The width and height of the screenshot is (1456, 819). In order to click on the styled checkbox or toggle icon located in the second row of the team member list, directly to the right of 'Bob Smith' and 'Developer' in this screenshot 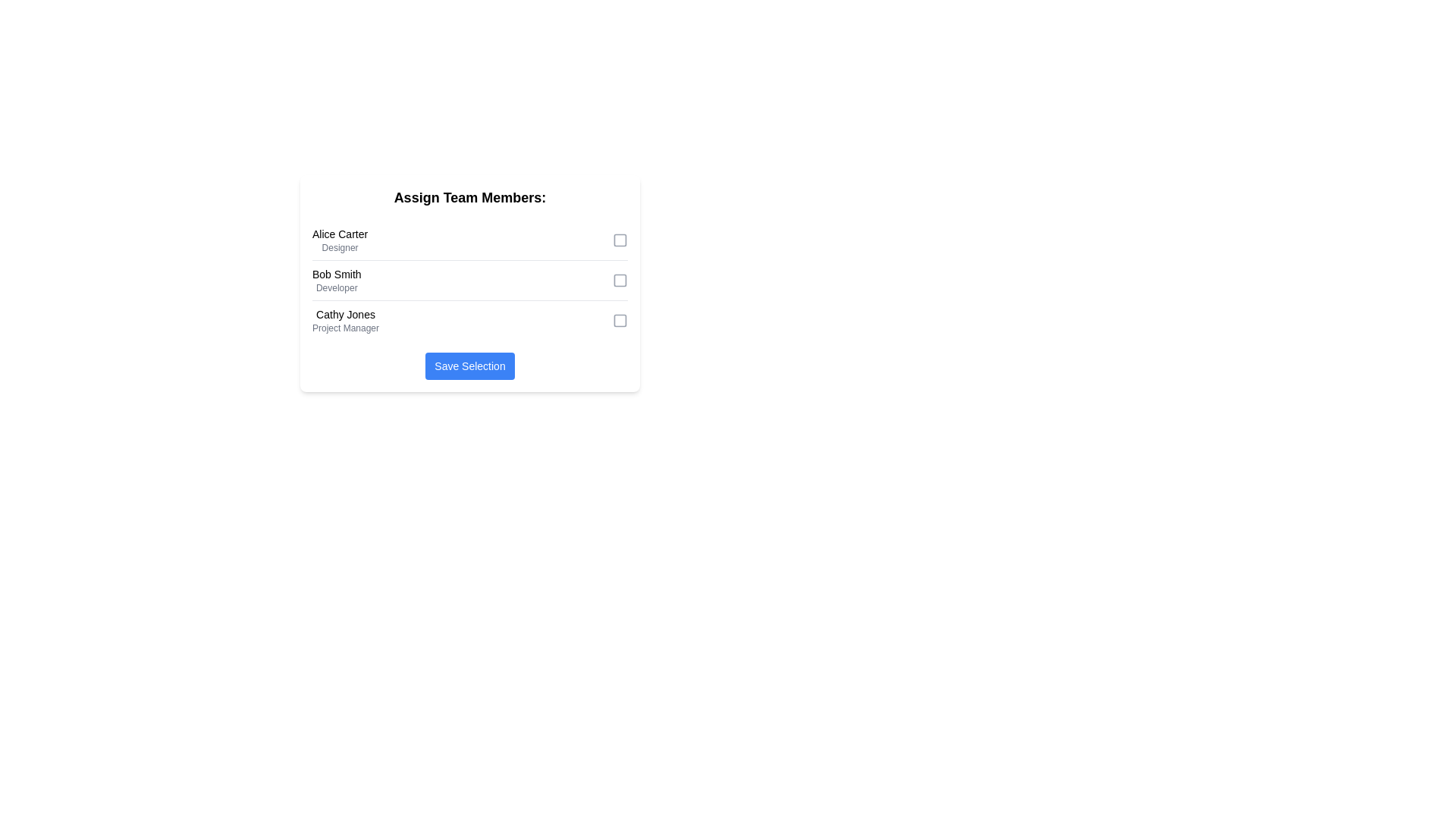, I will do `click(620, 281)`.